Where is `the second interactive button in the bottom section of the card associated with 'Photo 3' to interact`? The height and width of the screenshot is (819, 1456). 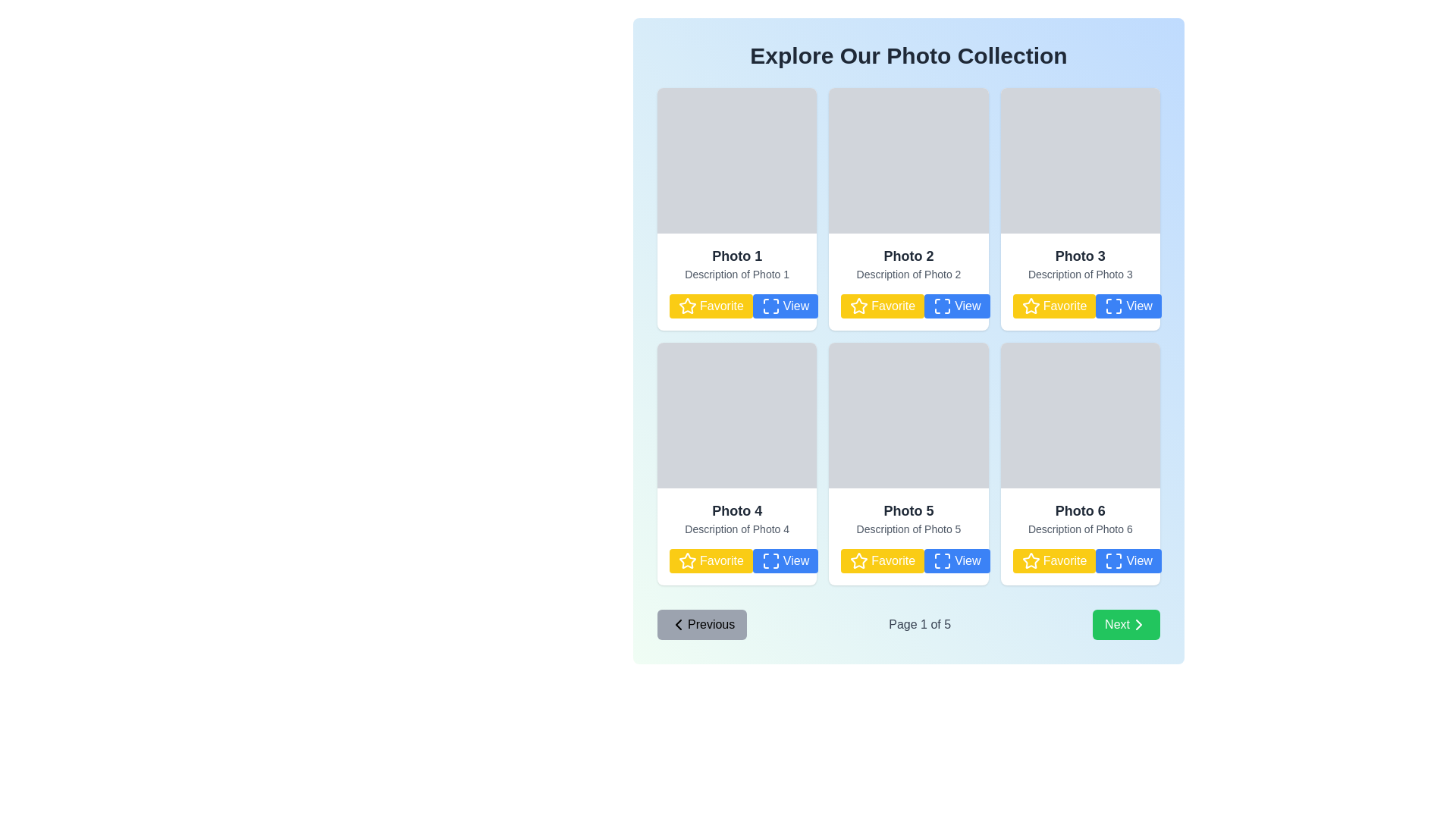 the second interactive button in the bottom section of the card associated with 'Photo 3' to interact is located at coordinates (1128, 306).